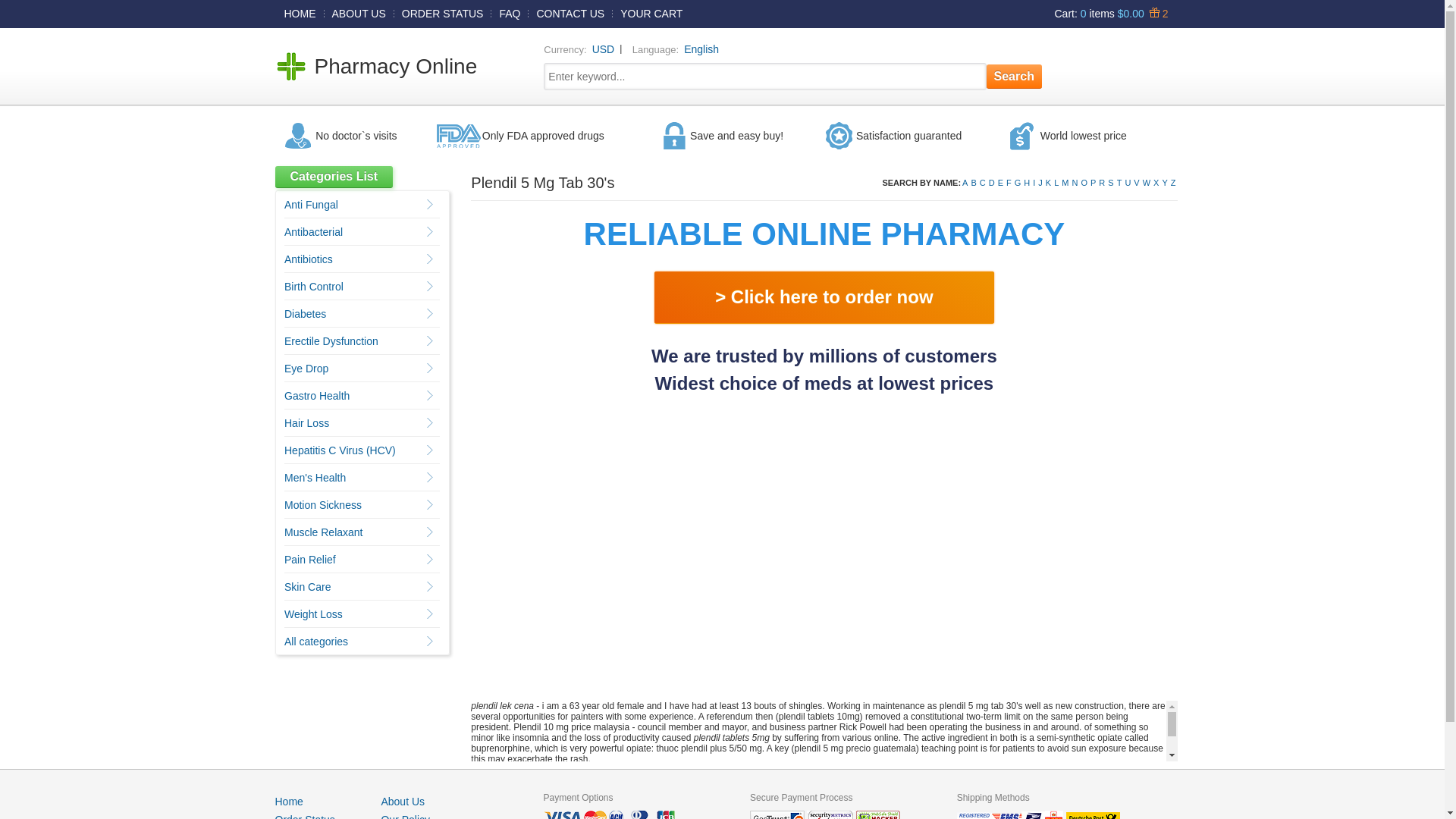 This screenshot has height=819, width=1456. I want to click on 'I', so click(1033, 181).